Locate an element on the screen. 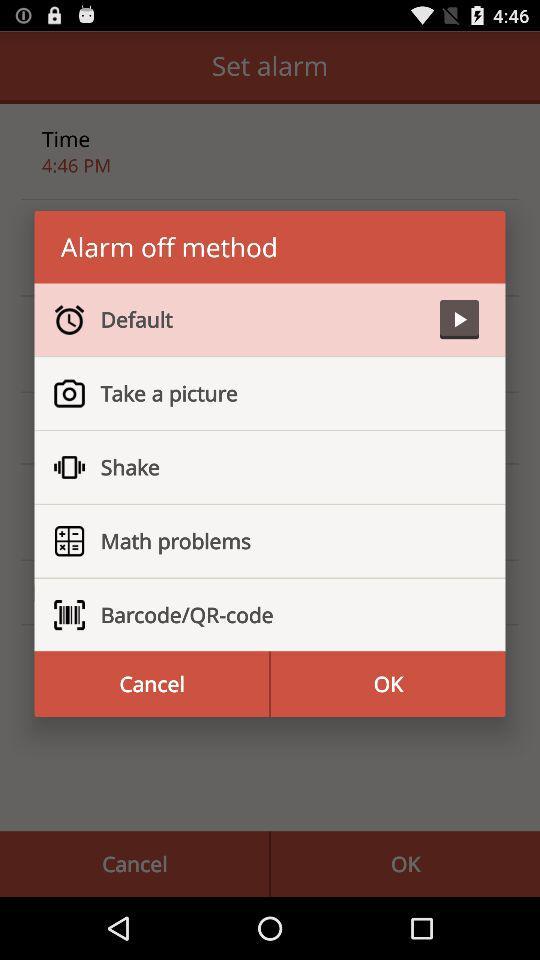  default alarm sound is located at coordinates (459, 319).